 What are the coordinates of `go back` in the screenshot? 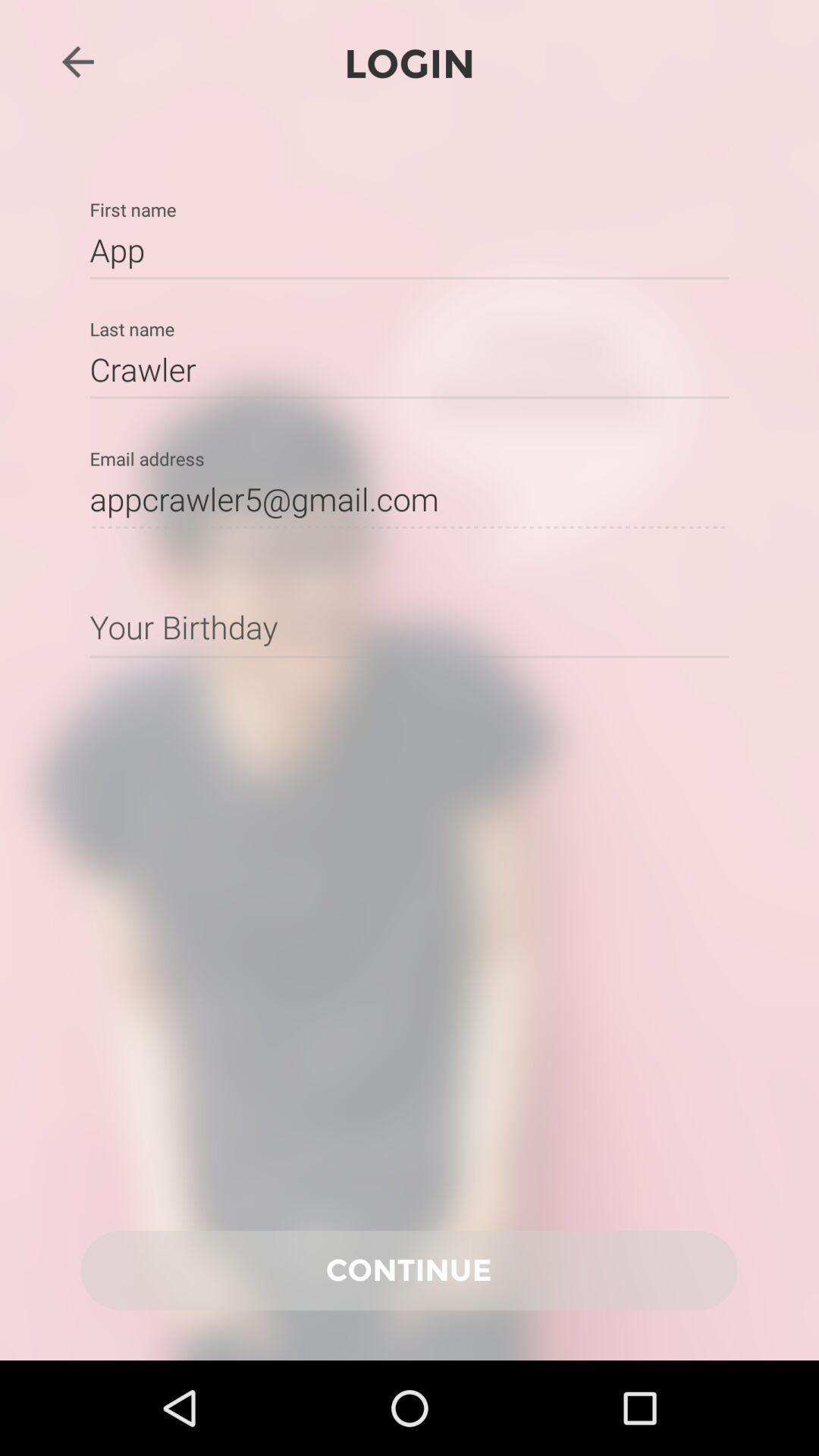 It's located at (77, 61).